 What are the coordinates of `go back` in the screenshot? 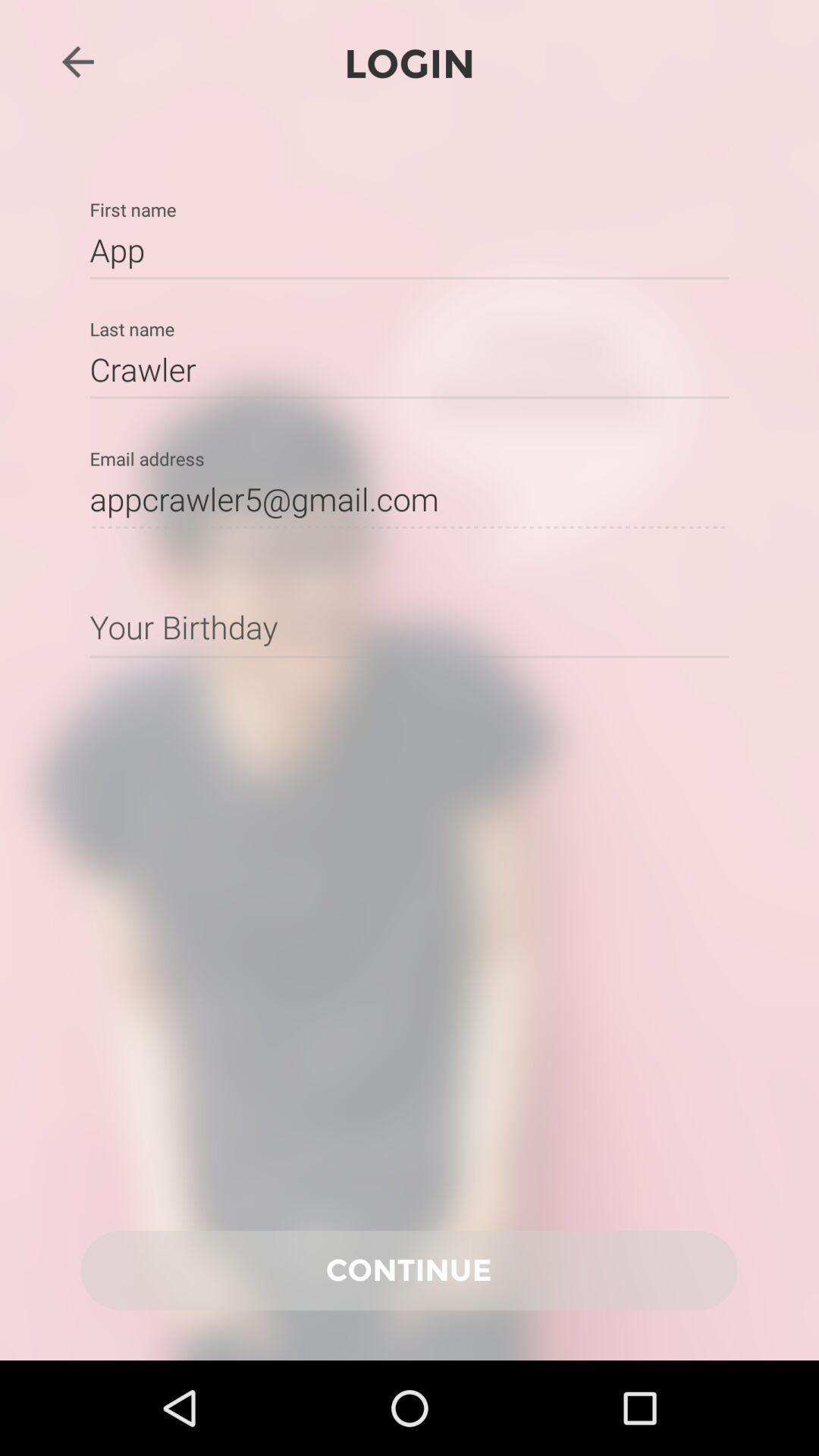 It's located at (77, 61).